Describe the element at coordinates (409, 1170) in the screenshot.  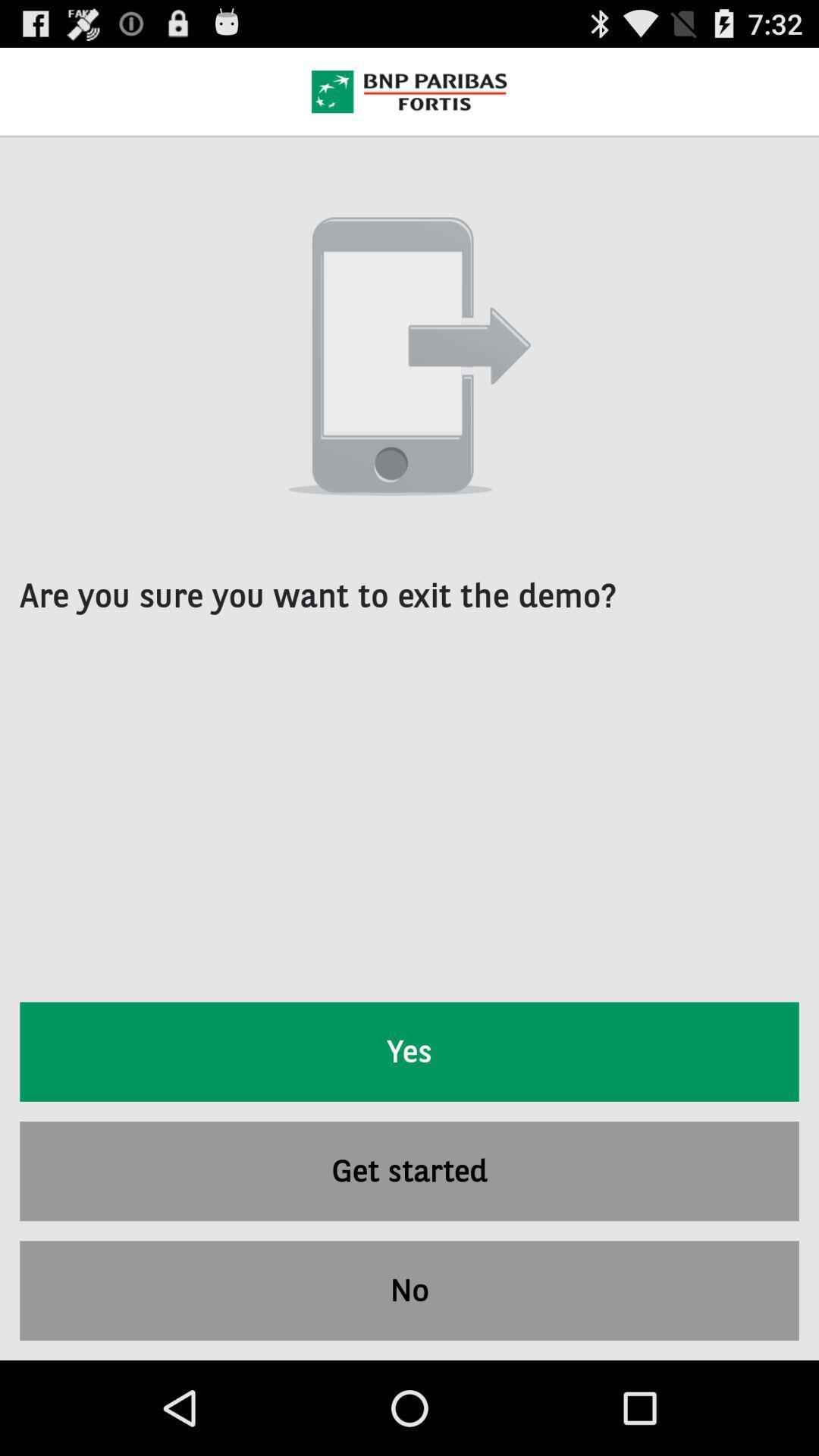
I see `get started` at that location.